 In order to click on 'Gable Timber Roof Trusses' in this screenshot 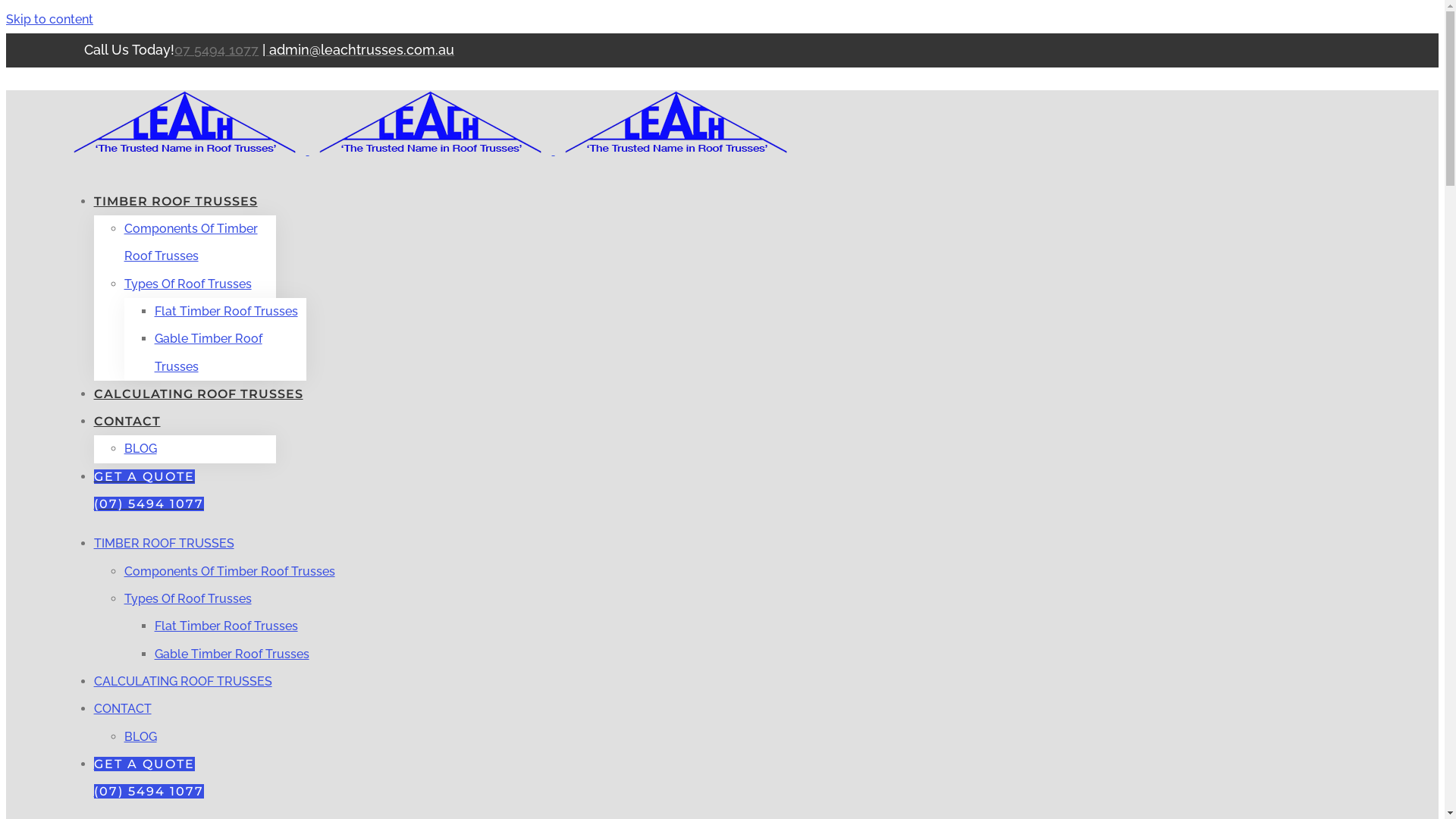, I will do `click(207, 353)`.